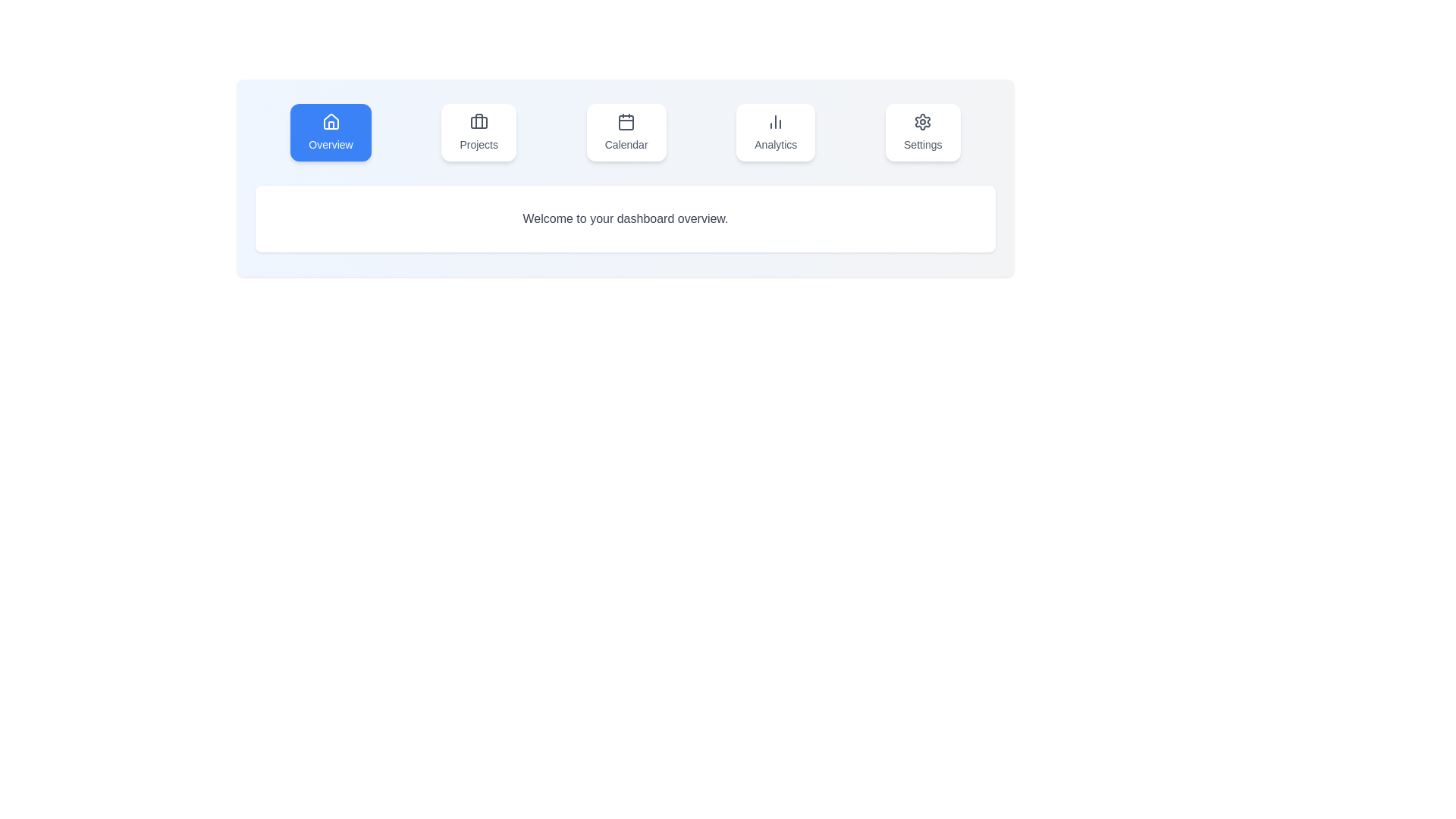 The width and height of the screenshot is (1456, 819). What do you see at coordinates (626, 131) in the screenshot?
I see `the third button in the horizontal sequence of five buttons` at bounding box center [626, 131].